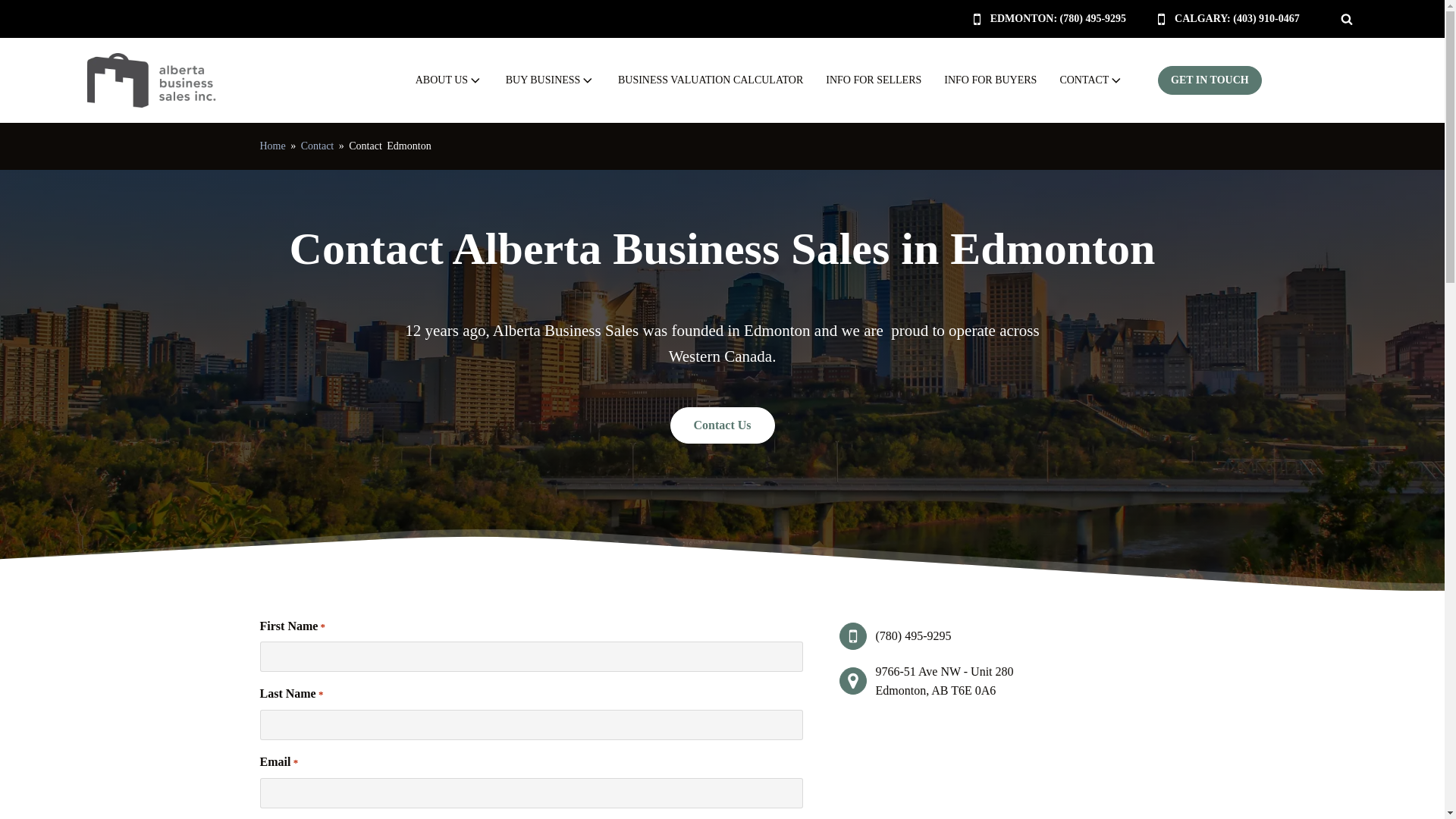  What do you see at coordinates (1046, 18) in the screenshot?
I see `'EDMONTON: (780) 495-9295'` at bounding box center [1046, 18].